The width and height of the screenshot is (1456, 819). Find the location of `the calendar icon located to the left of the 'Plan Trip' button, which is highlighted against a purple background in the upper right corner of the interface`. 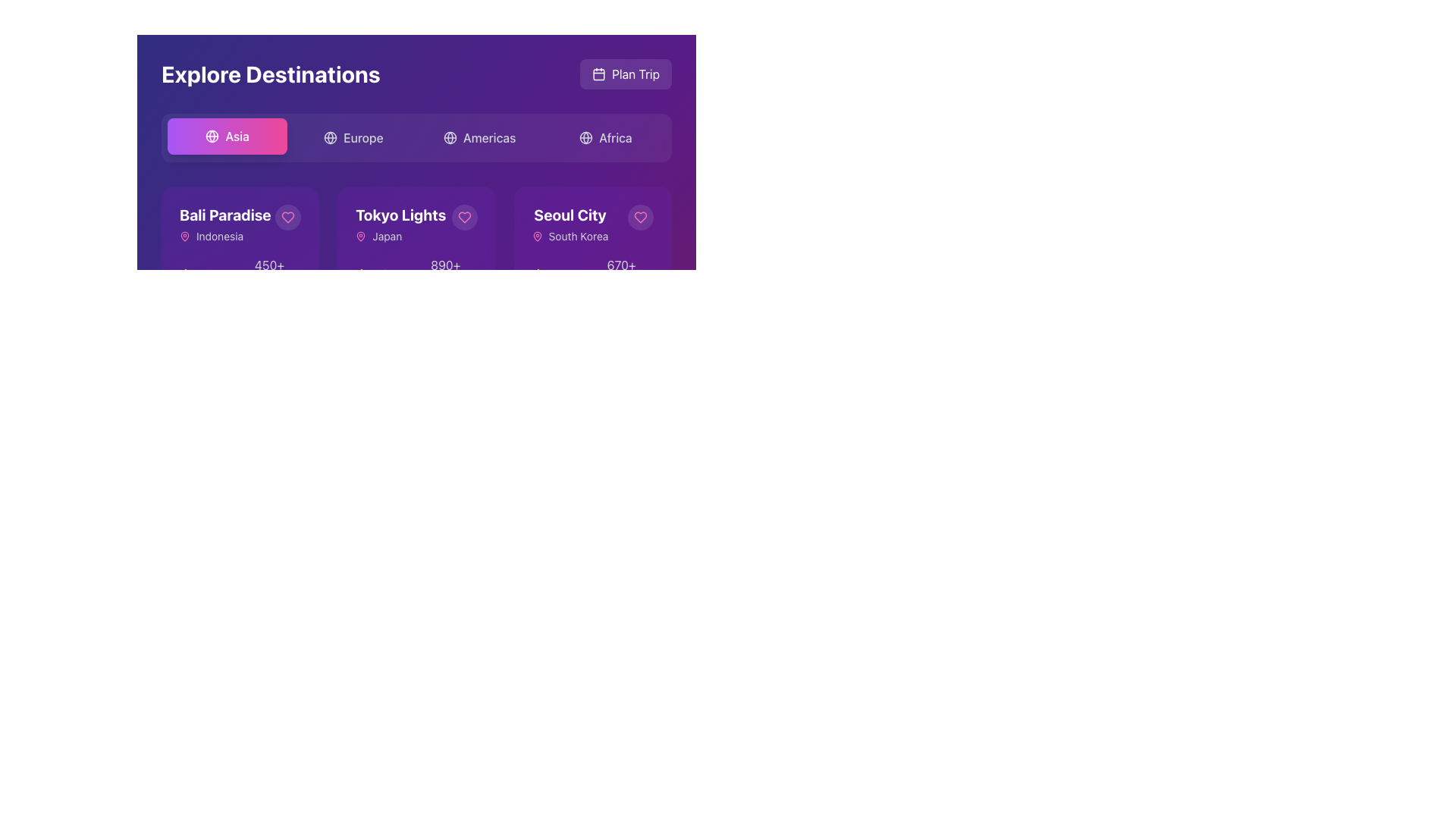

the calendar icon located to the left of the 'Plan Trip' button, which is highlighted against a purple background in the upper right corner of the interface is located at coordinates (598, 74).